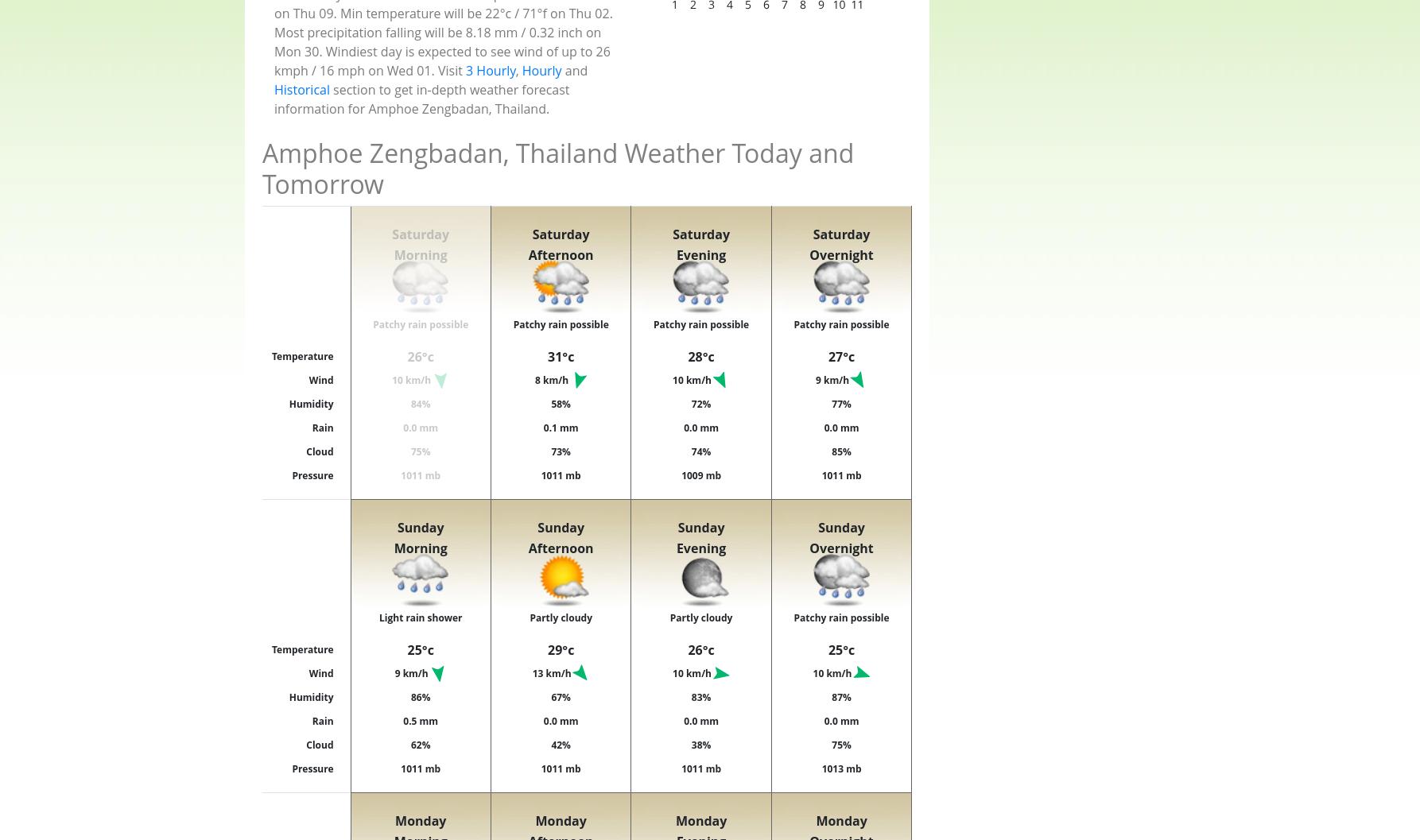 The image size is (1420, 840). What do you see at coordinates (561, 69) in the screenshot?
I see `'and'` at bounding box center [561, 69].